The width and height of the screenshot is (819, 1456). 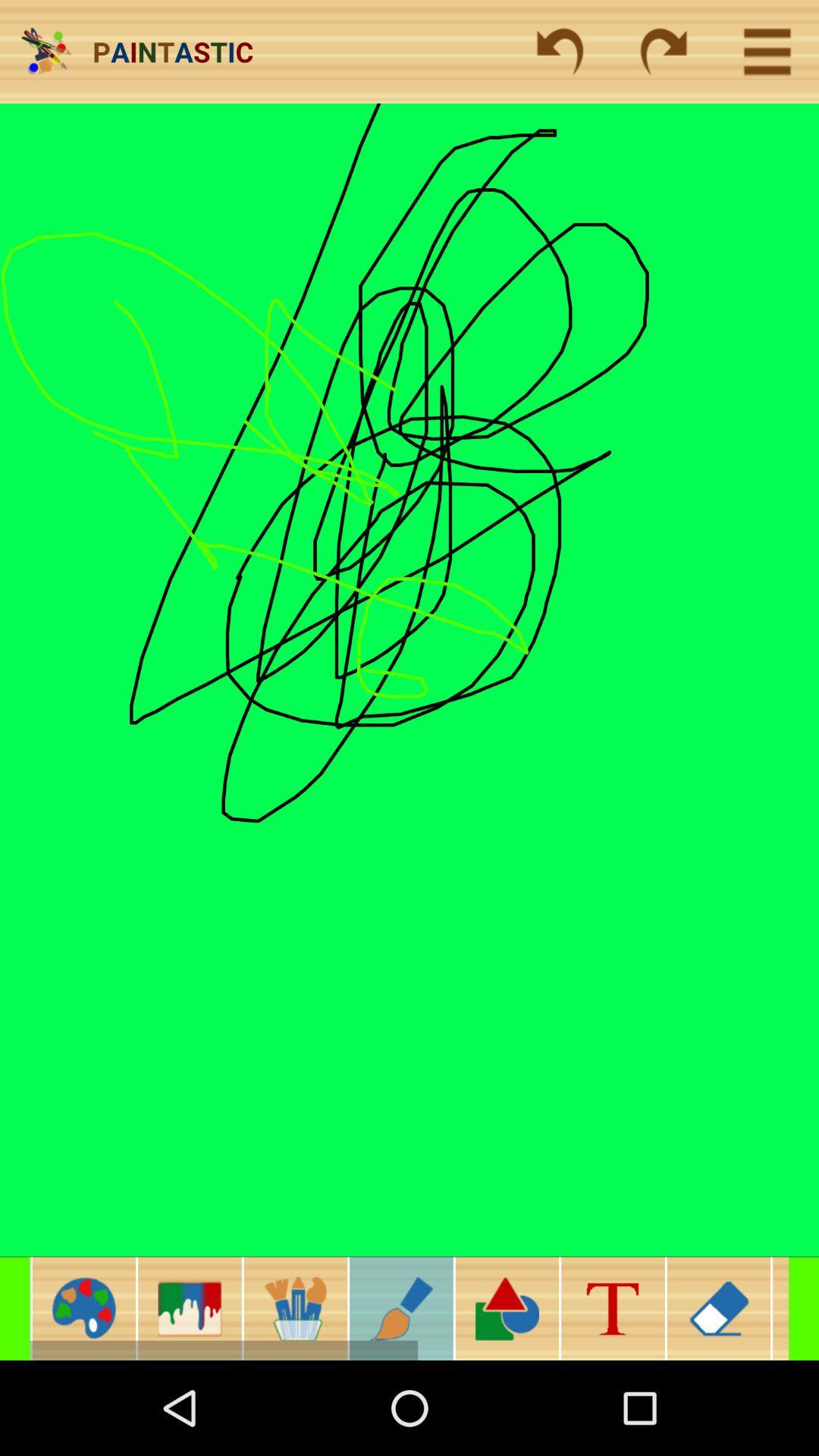 What do you see at coordinates (663, 52) in the screenshot?
I see `the redo icon` at bounding box center [663, 52].